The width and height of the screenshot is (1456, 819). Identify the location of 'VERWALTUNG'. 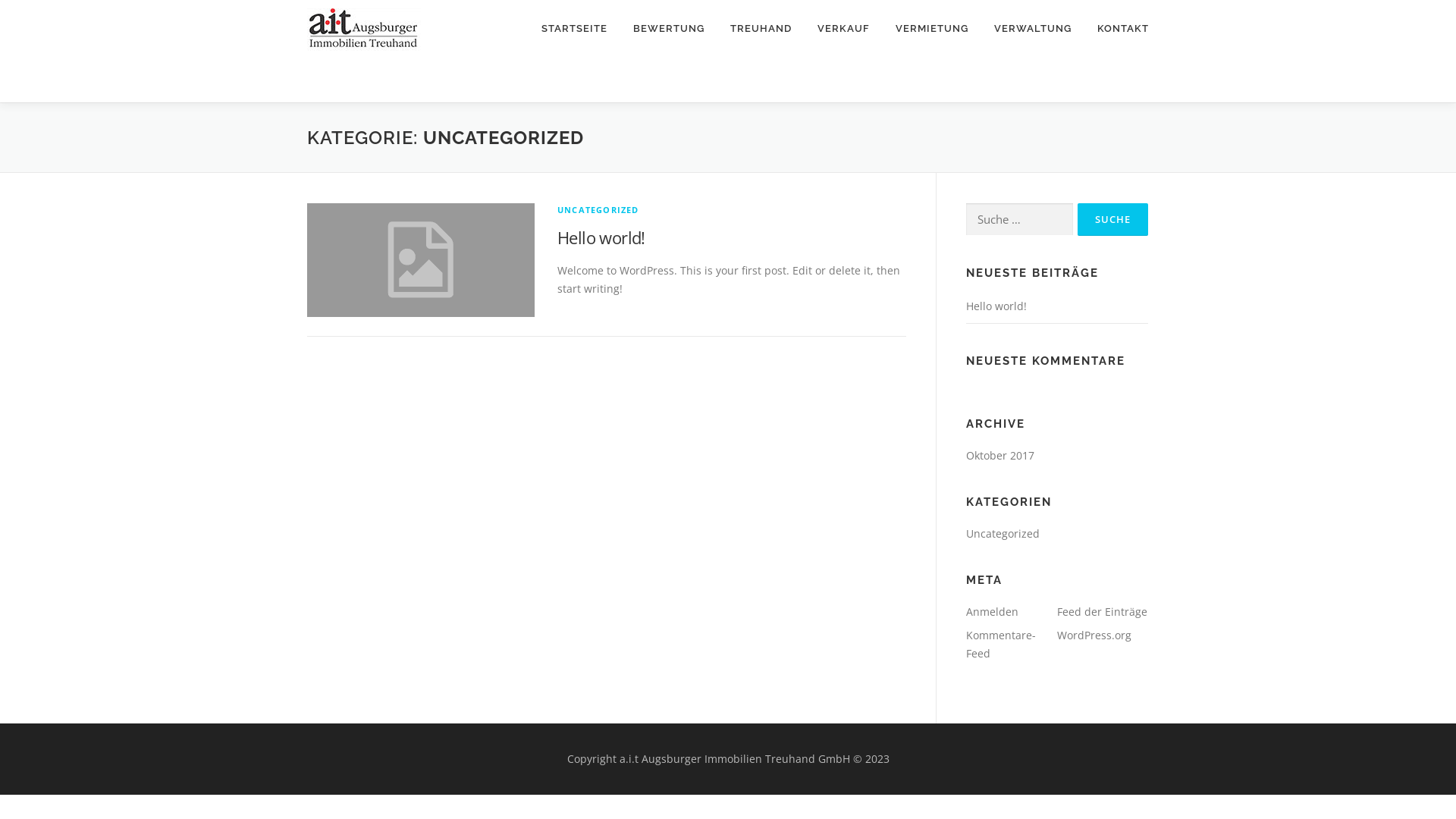
(981, 28).